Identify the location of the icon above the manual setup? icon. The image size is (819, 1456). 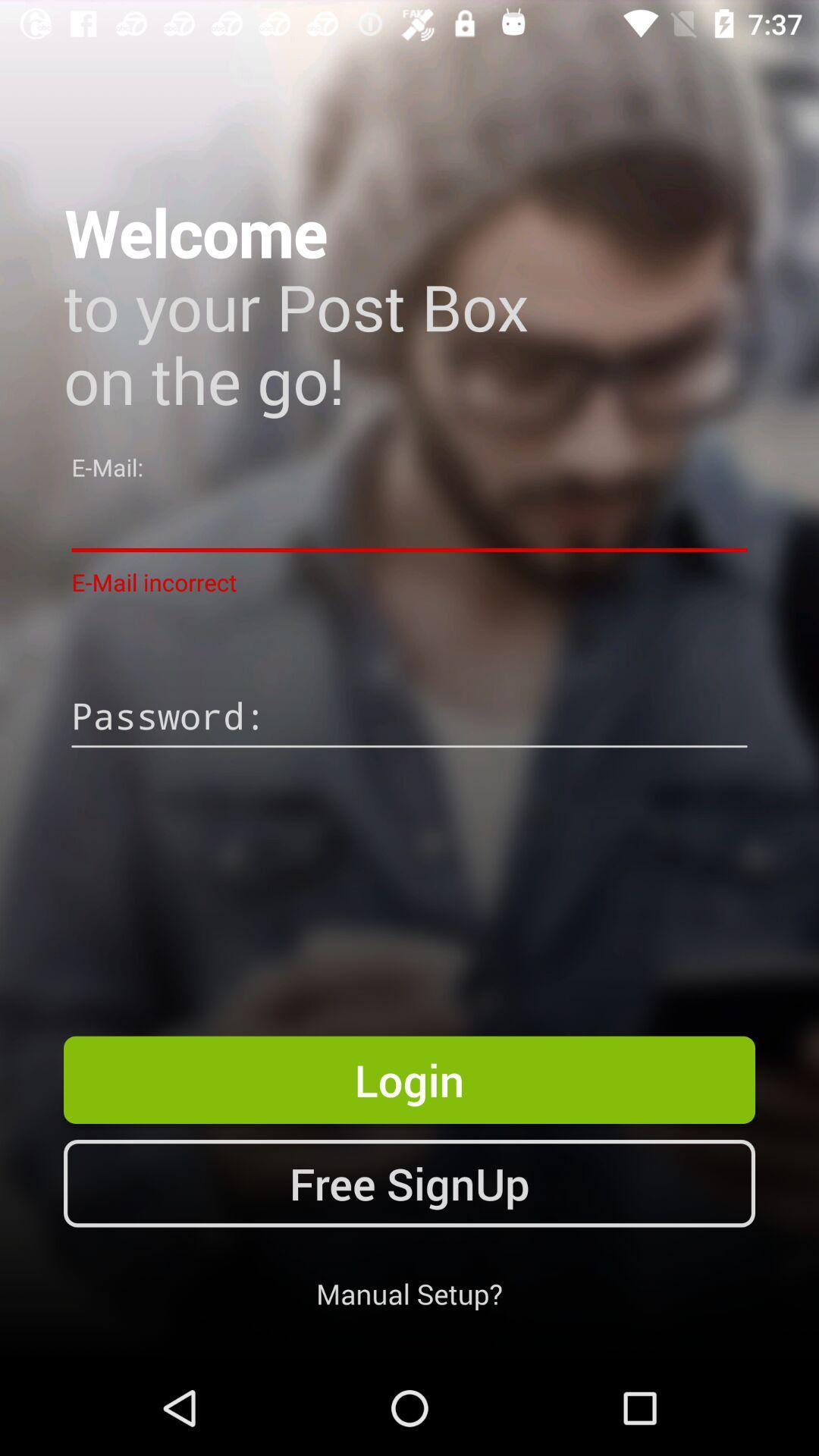
(409, 1182).